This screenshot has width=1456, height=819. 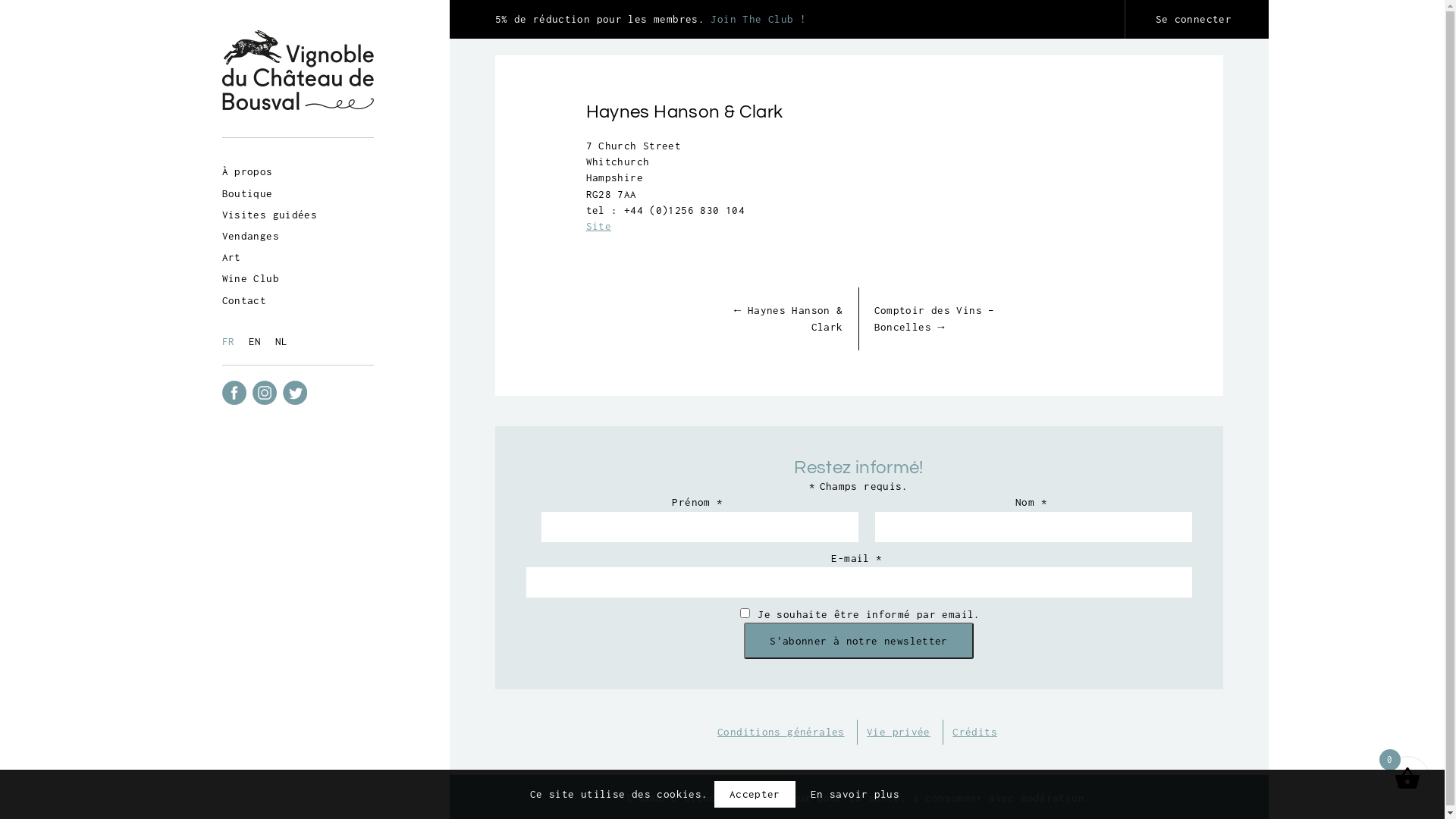 I want to click on 'Vendanges', so click(x=251, y=236).